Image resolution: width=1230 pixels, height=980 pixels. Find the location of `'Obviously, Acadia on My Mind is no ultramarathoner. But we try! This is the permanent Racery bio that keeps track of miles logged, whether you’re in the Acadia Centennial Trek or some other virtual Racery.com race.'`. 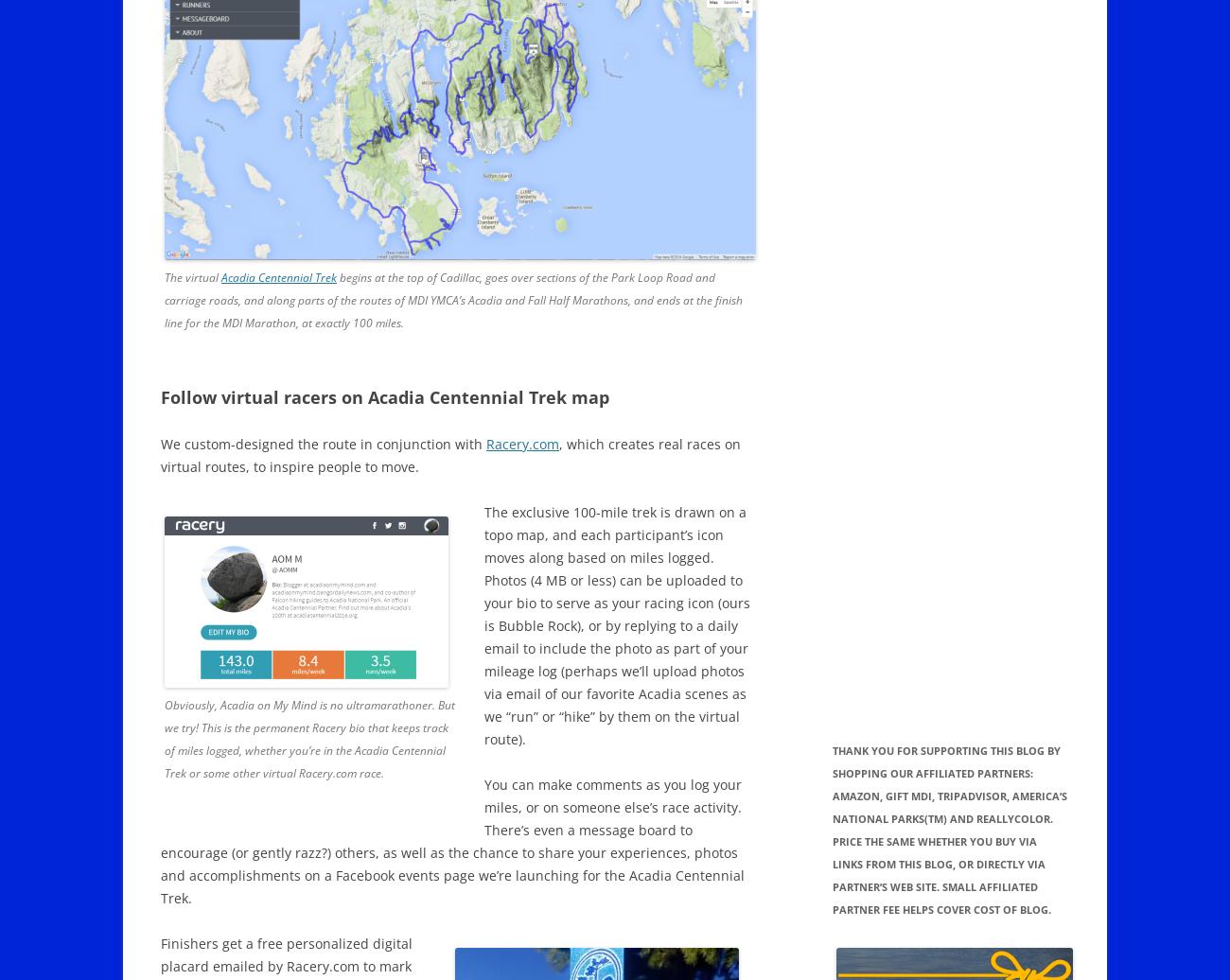

'Obviously, Acadia on My Mind is no ultramarathoner. But we try! This is the permanent Racery bio that keeps track of miles logged, whether you’re in the Acadia Centennial Trek or some other virtual Racery.com race.' is located at coordinates (308, 739).